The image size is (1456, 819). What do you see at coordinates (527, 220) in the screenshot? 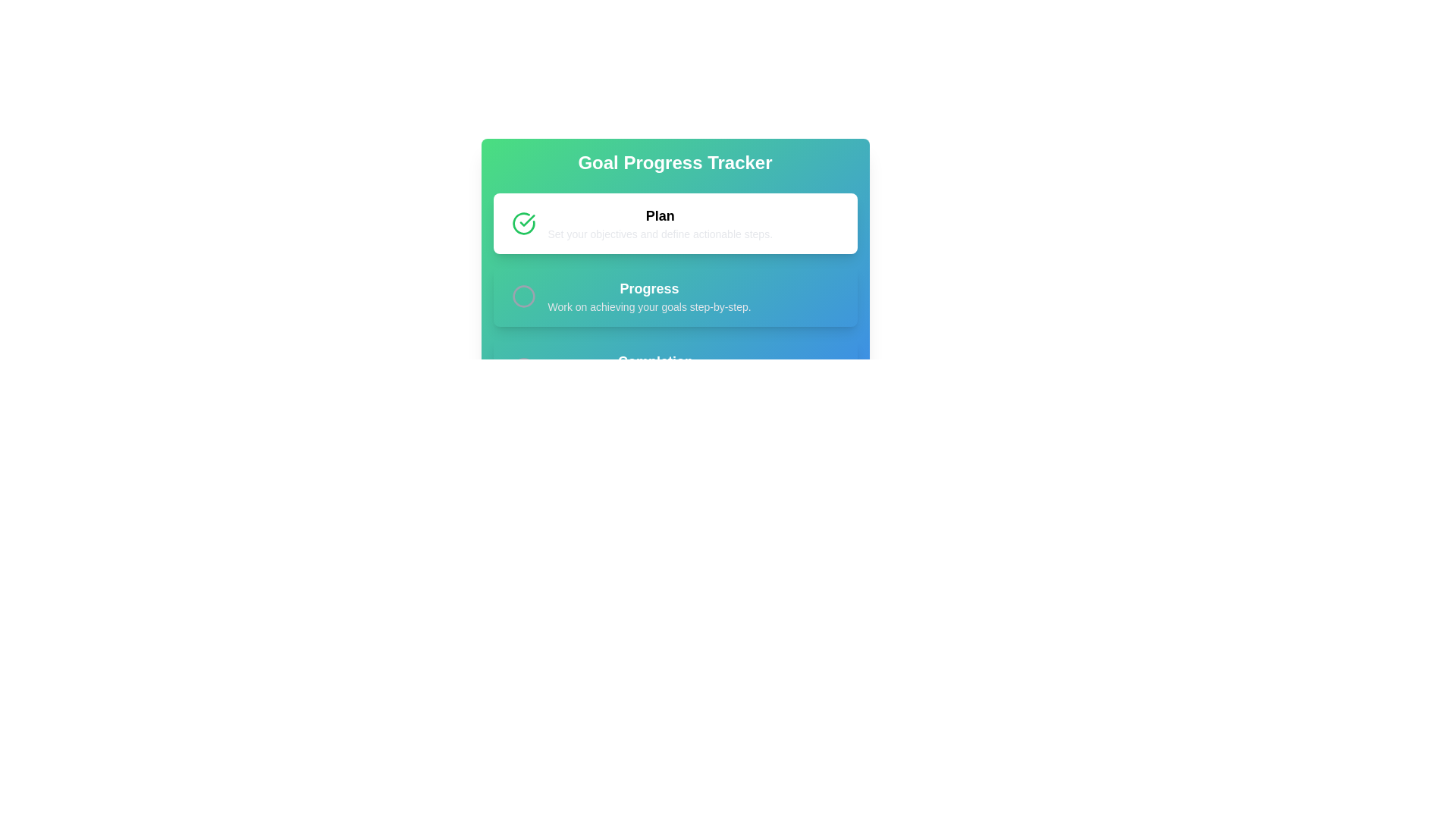
I see `the completion icon located to the left of the 'Plan' heading text in the 'Goal Progress Tracker' interface` at bounding box center [527, 220].